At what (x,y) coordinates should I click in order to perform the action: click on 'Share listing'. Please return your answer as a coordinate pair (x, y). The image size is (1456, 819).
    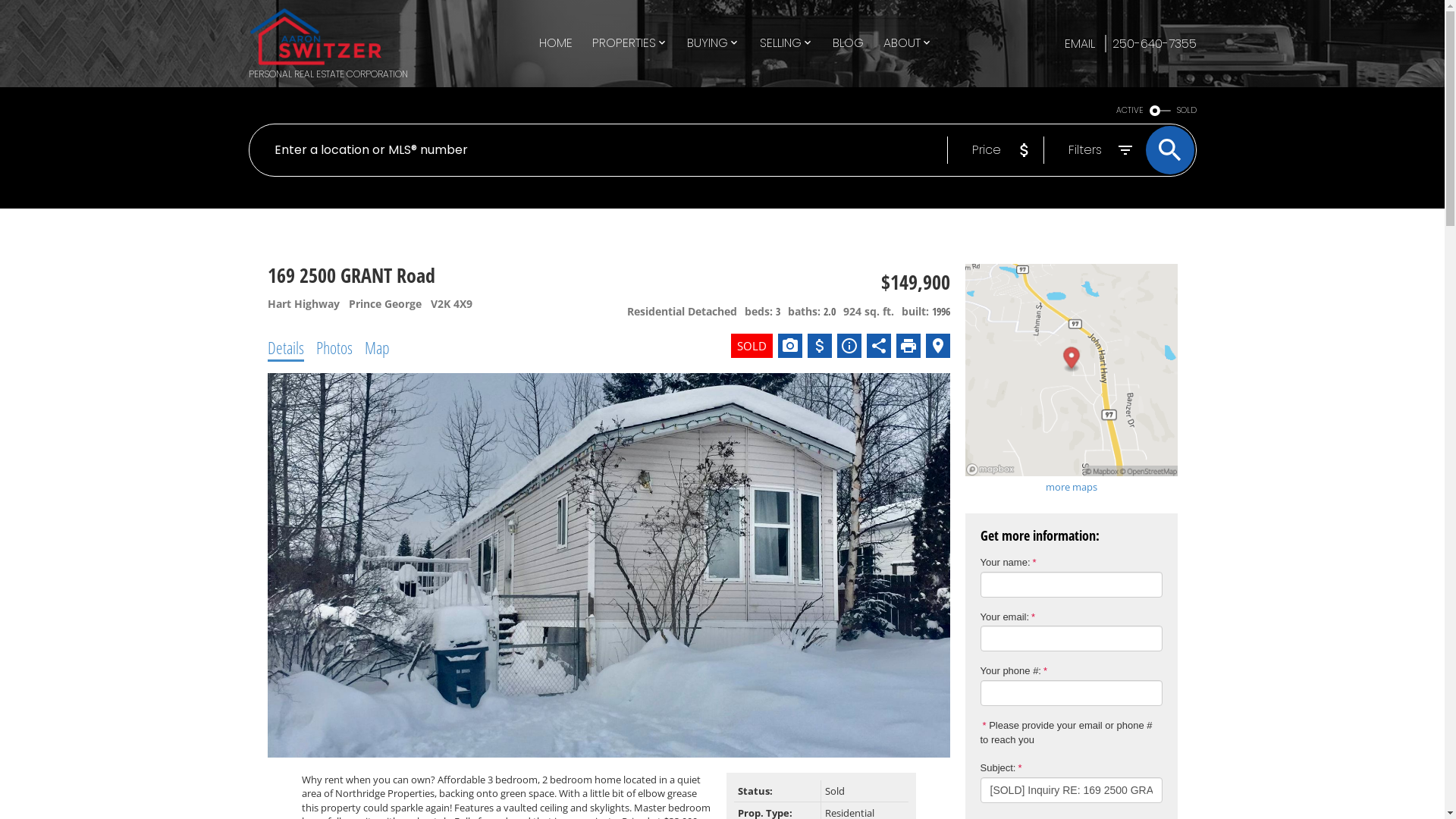
    Looking at the image, I should click on (877, 345).